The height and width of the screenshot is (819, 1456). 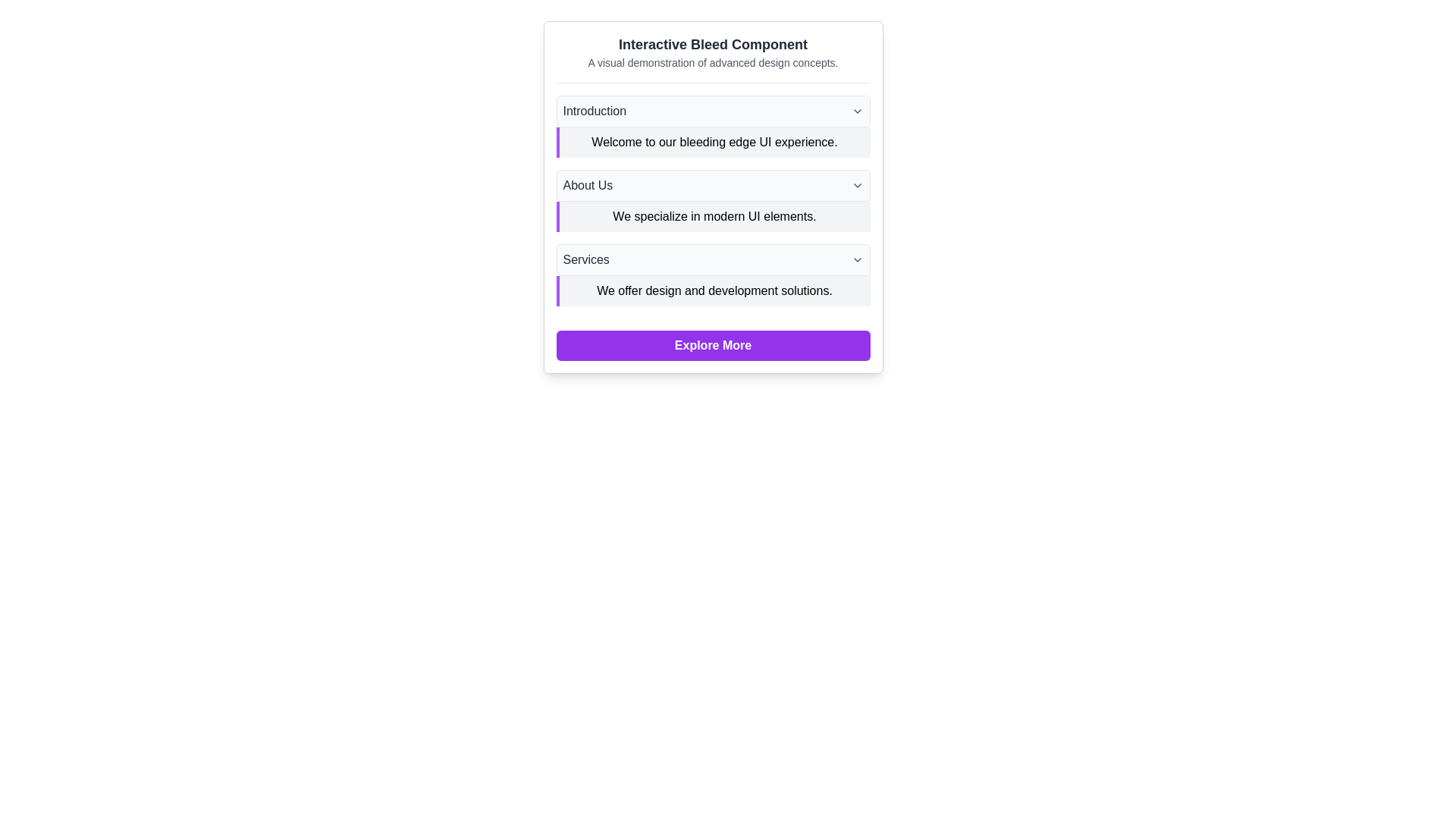 I want to click on the chevron icon that toggles the visibility of additional content under the 'About Us' label, located to the right side of the label, so click(x=857, y=185).